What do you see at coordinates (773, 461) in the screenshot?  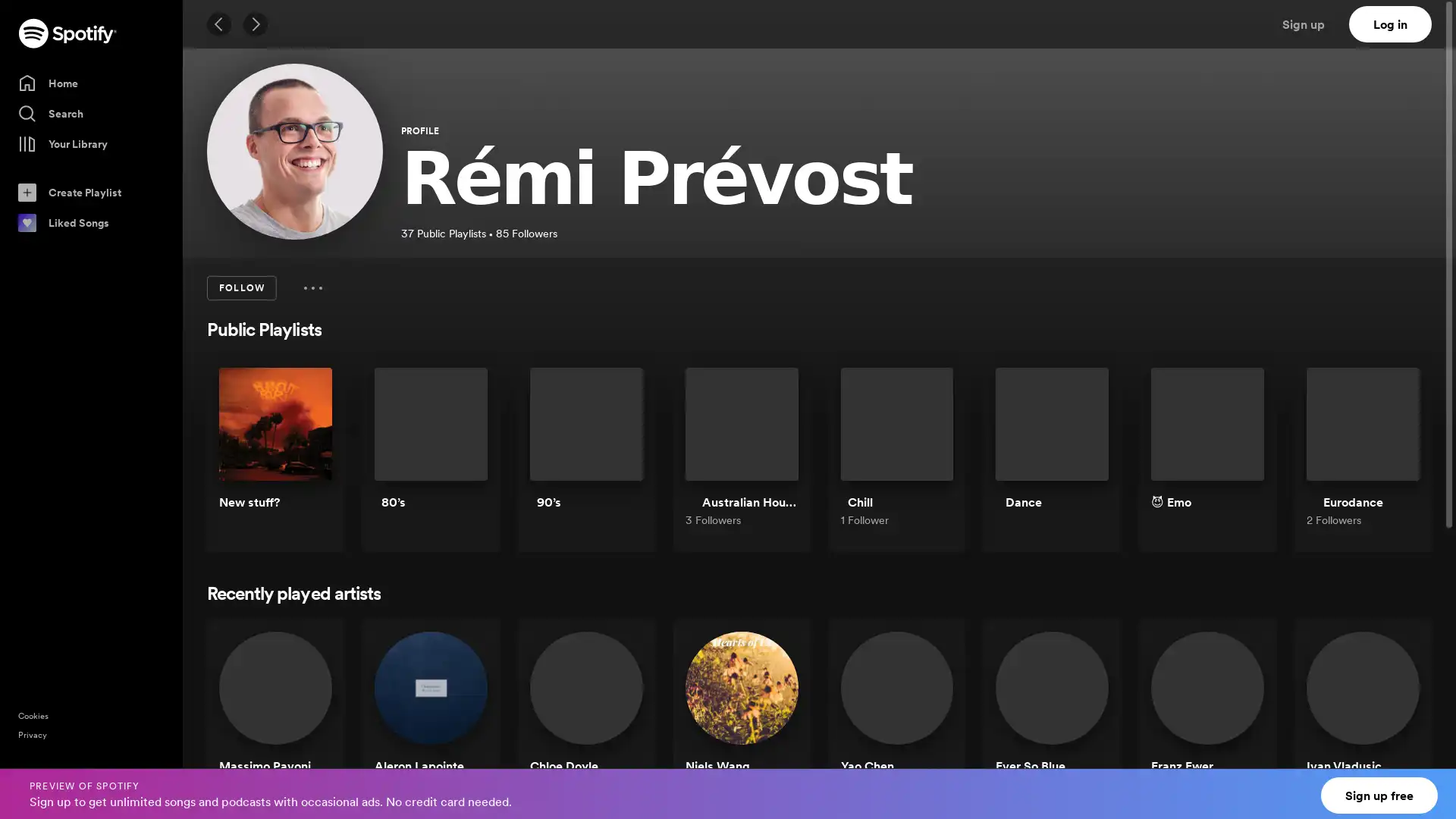 I see `Play  Australian House` at bounding box center [773, 461].